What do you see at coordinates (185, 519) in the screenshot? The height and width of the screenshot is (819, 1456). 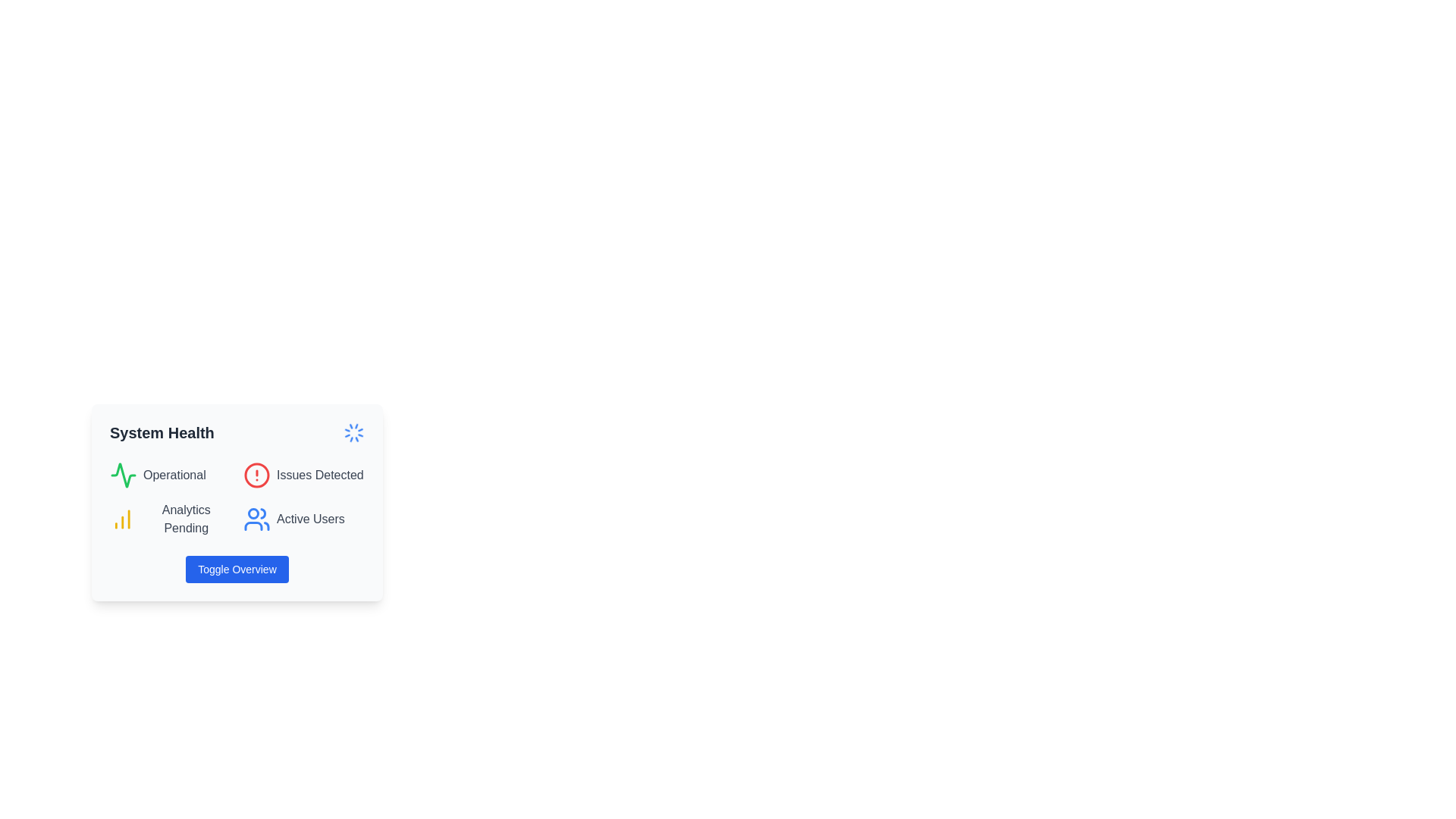 I see `the static text label indicating the status of analytics processing, which shows that it is currently pending, located in the bottom left of the 'System Health' card, just below the 'Operational' status` at bounding box center [185, 519].